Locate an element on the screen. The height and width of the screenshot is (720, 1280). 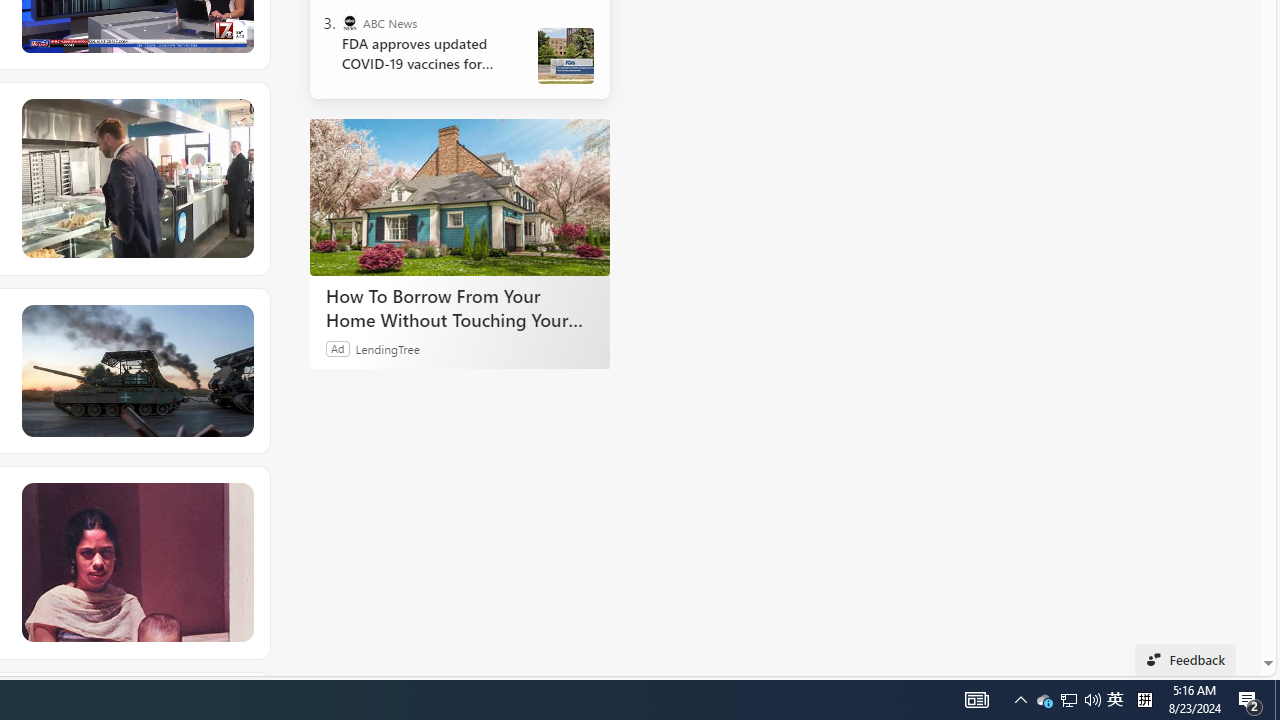
'LendingTree' is located at coordinates (387, 347).